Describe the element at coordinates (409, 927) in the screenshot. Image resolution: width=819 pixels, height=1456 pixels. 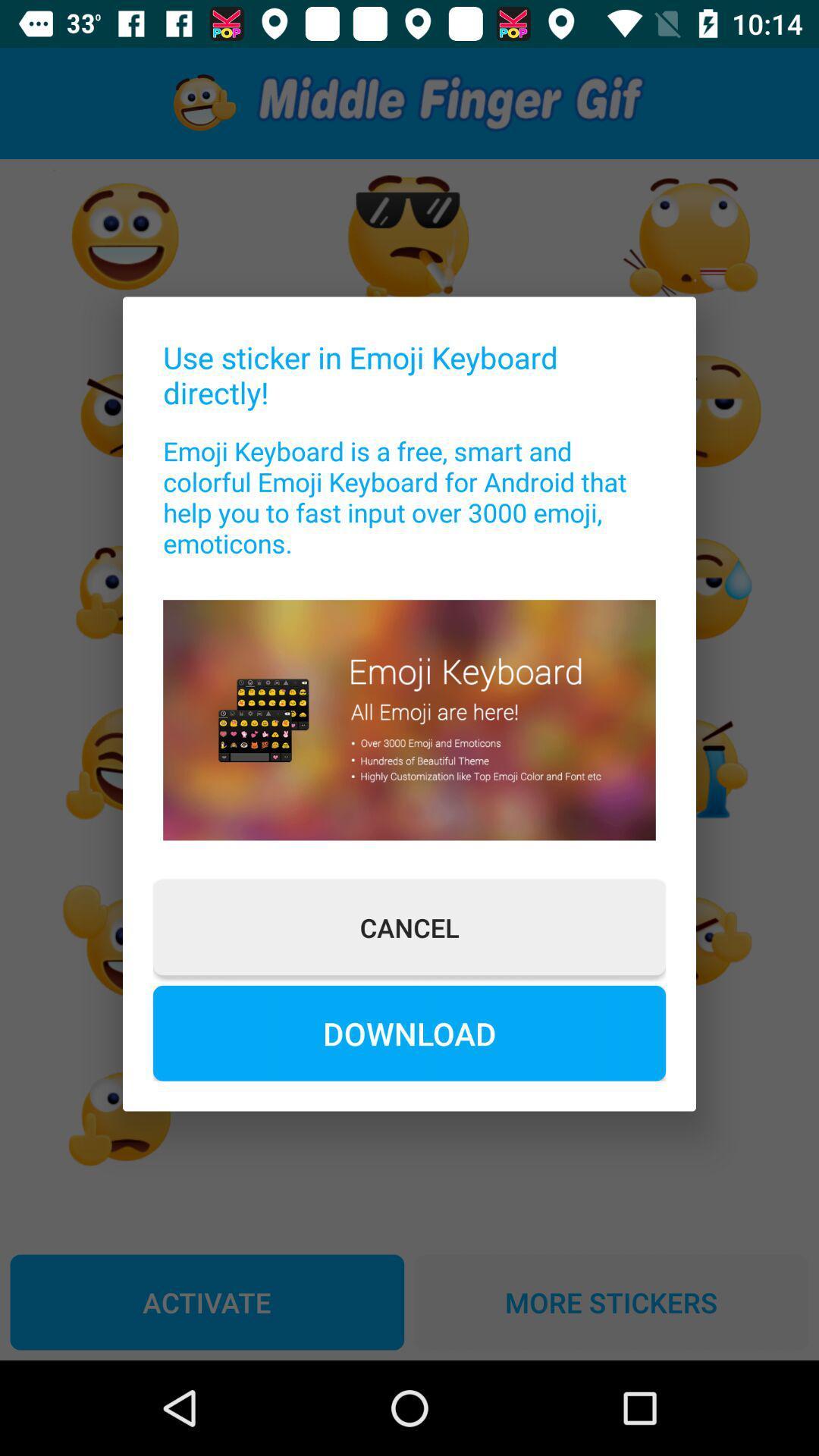
I see `the cancel item` at that location.